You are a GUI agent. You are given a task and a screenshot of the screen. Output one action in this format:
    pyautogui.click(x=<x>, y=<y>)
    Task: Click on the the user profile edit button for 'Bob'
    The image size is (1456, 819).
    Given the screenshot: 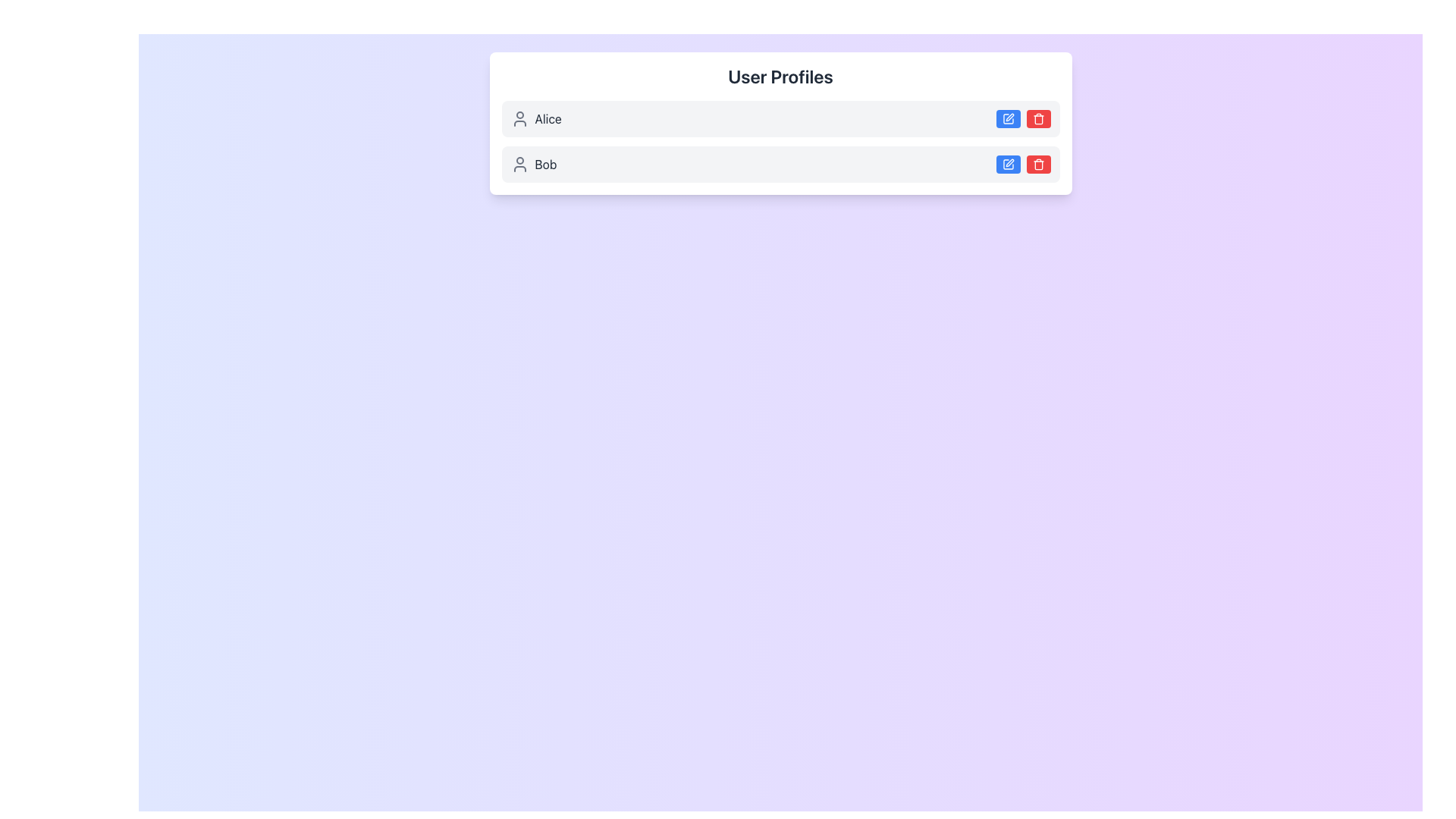 What is the action you would take?
    pyautogui.click(x=1008, y=164)
    